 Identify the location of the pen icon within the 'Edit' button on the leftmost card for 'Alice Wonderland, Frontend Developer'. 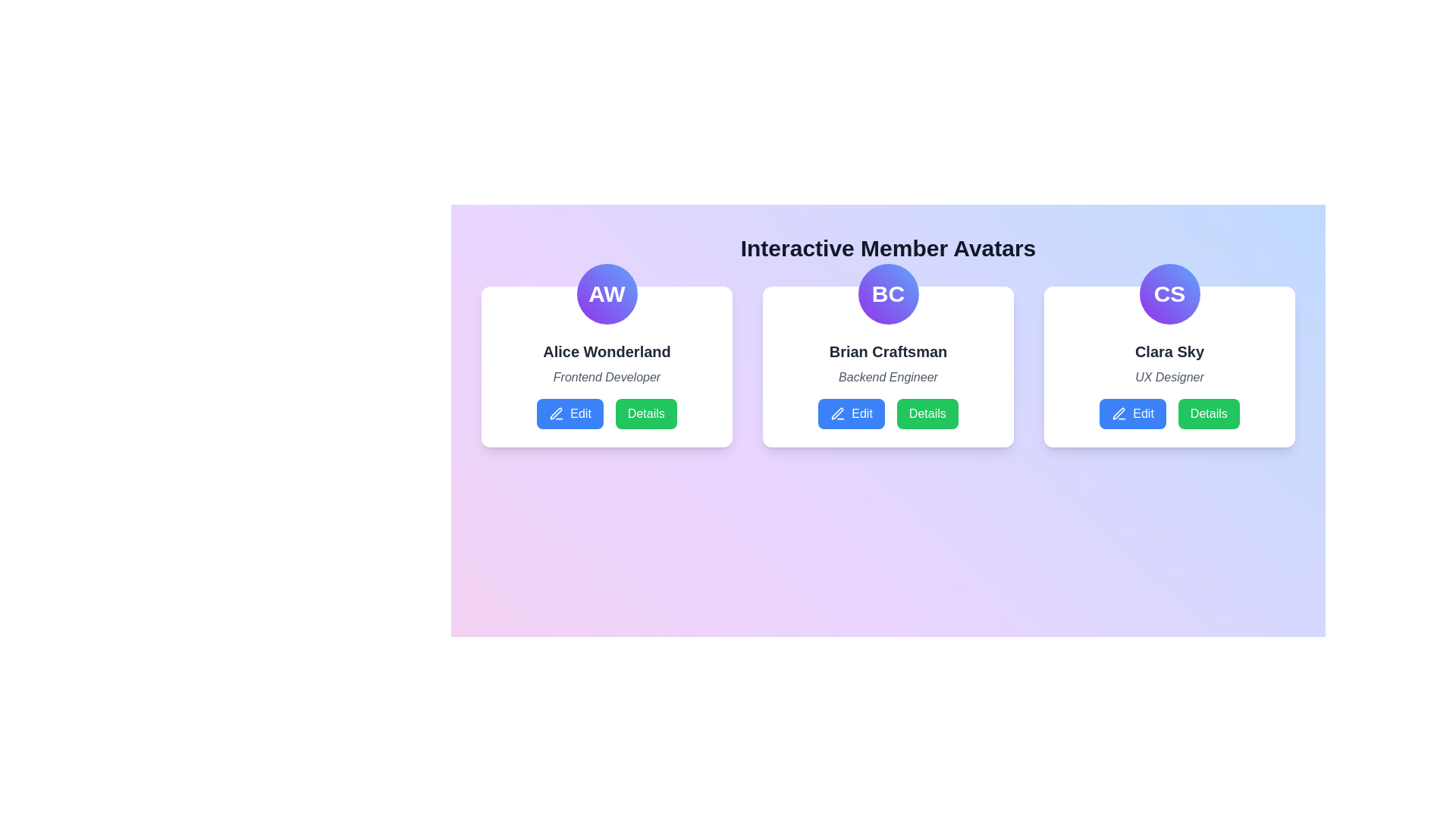
(556, 414).